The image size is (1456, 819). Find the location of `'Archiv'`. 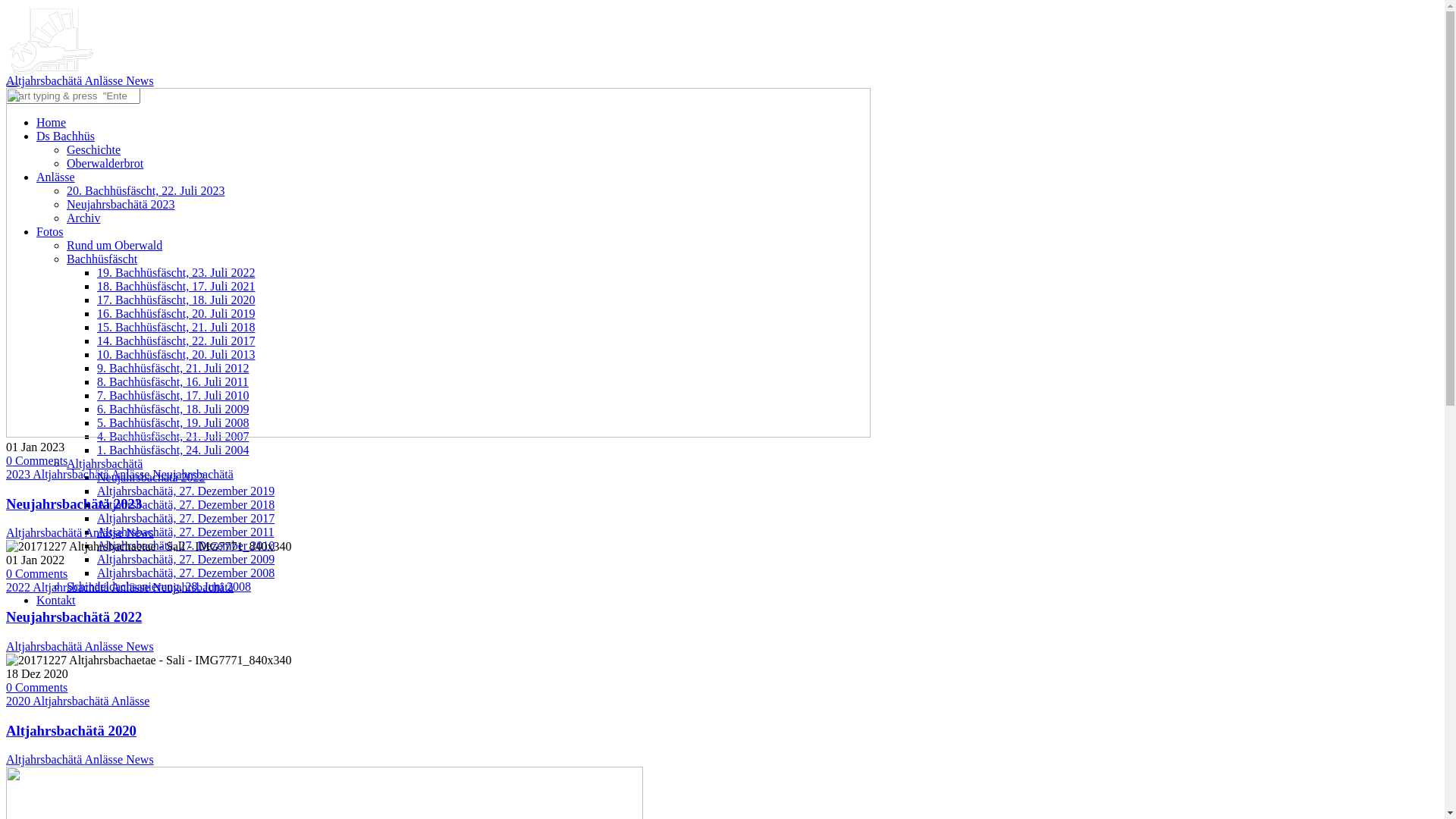

'Archiv' is located at coordinates (83, 218).